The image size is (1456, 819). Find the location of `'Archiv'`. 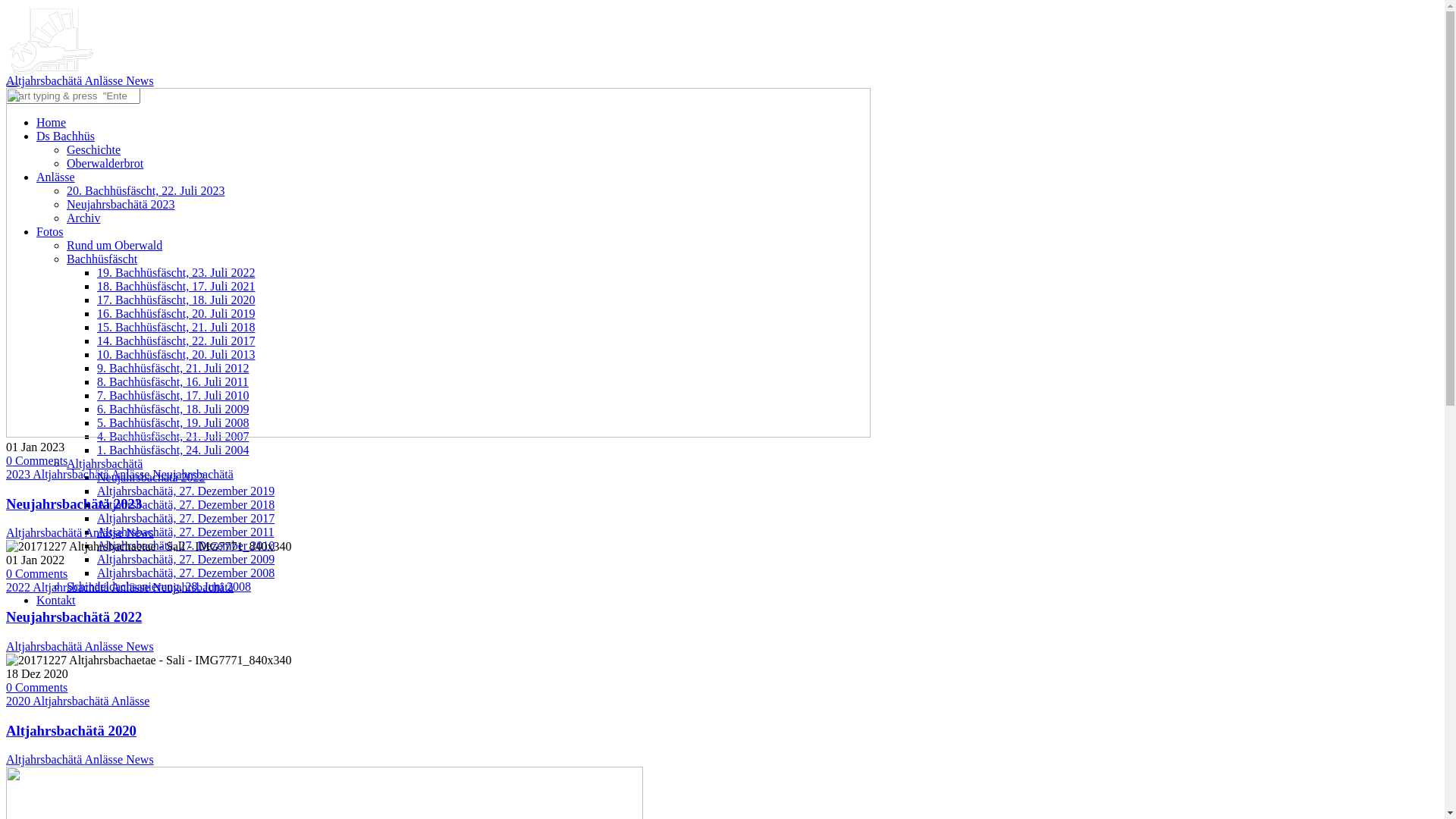

'Archiv' is located at coordinates (83, 218).